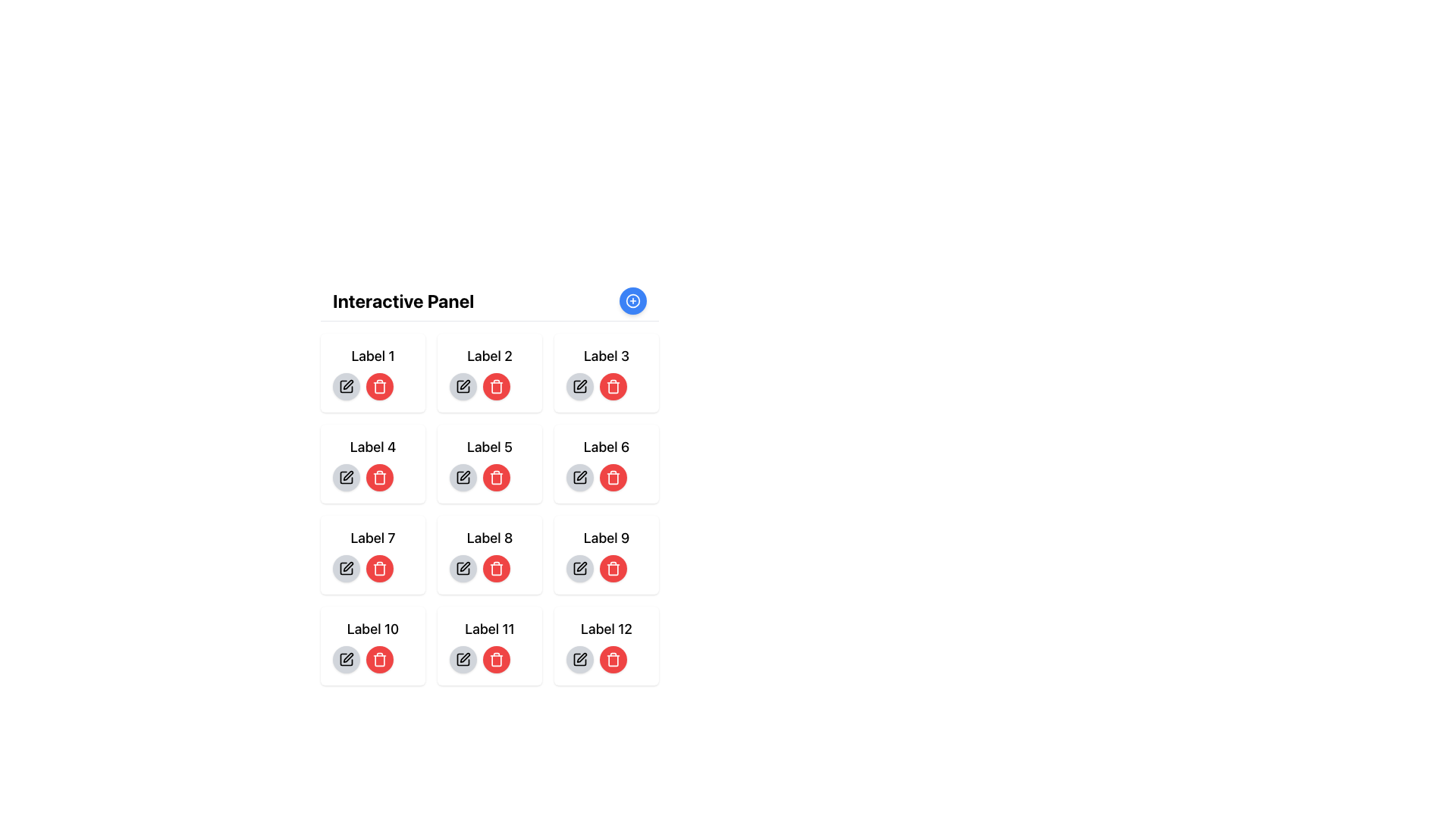 The image size is (1456, 819). What do you see at coordinates (579, 385) in the screenshot?
I see `the circular edit button with a light gray background and pen icon located in the third cell of the top row beneath the label 'Interactive Panel'` at bounding box center [579, 385].